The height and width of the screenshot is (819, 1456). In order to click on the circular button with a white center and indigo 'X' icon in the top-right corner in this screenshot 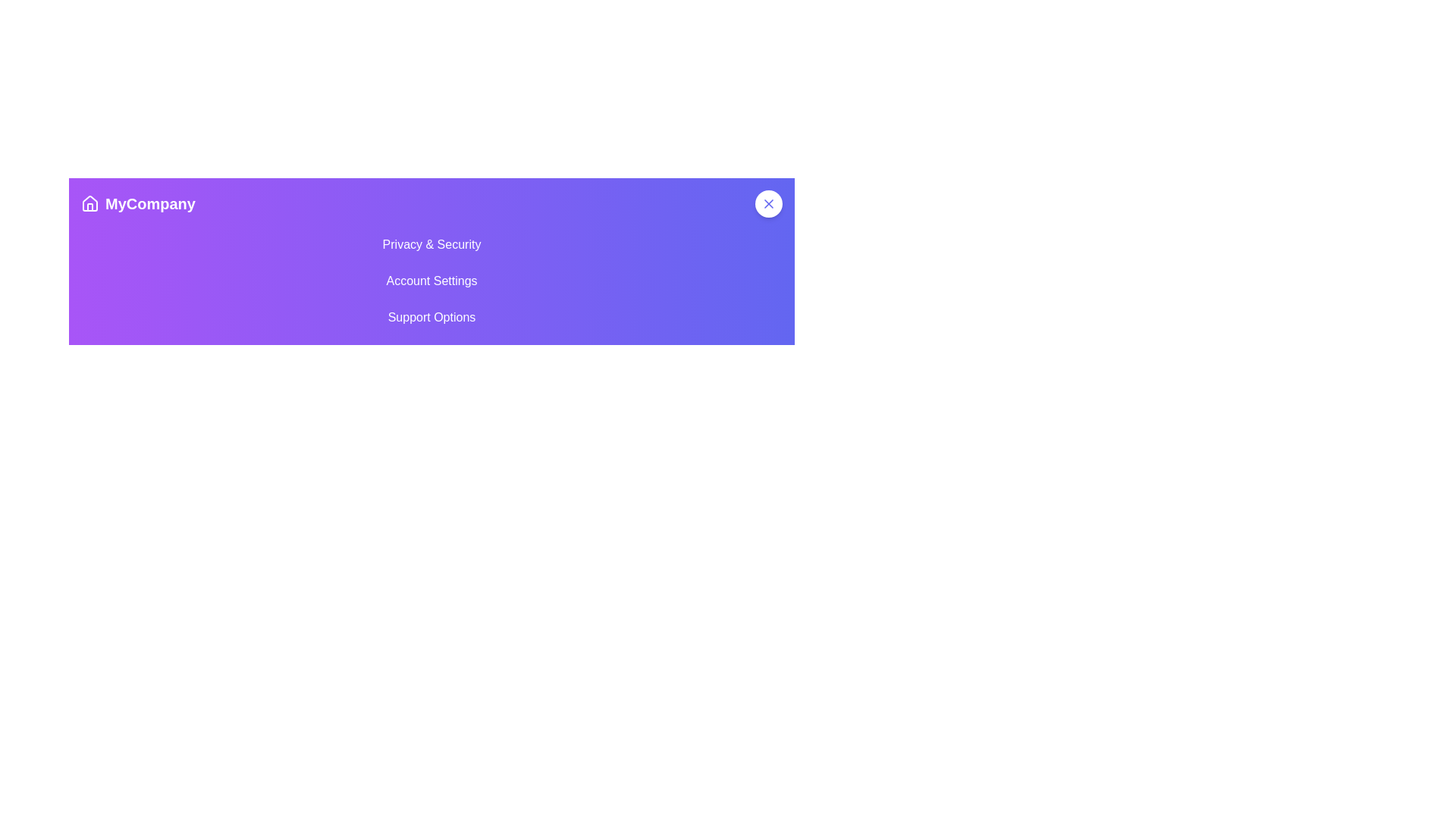, I will do `click(768, 203)`.